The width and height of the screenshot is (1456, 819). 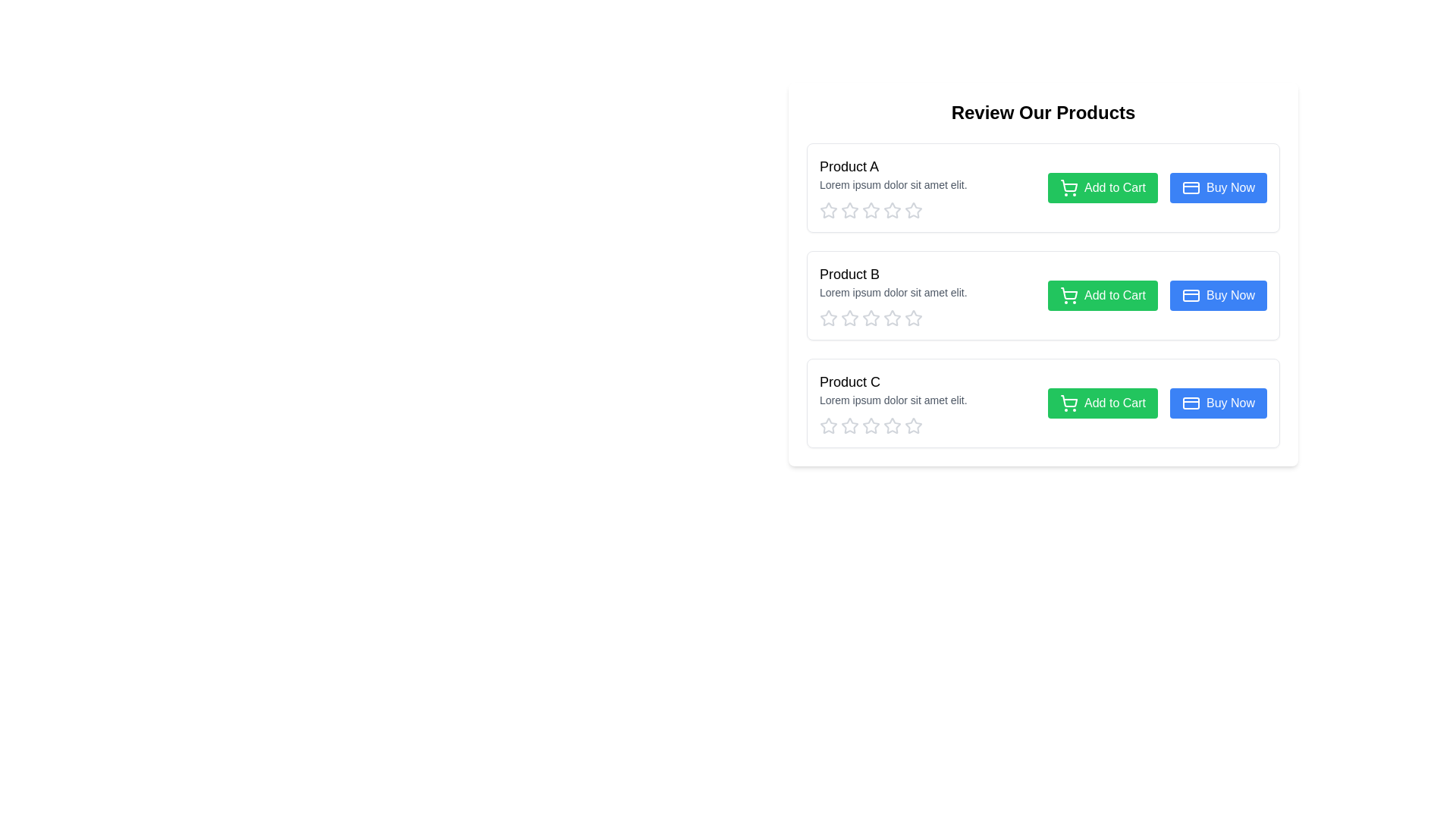 I want to click on the second star icon, so click(x=850, y=210).